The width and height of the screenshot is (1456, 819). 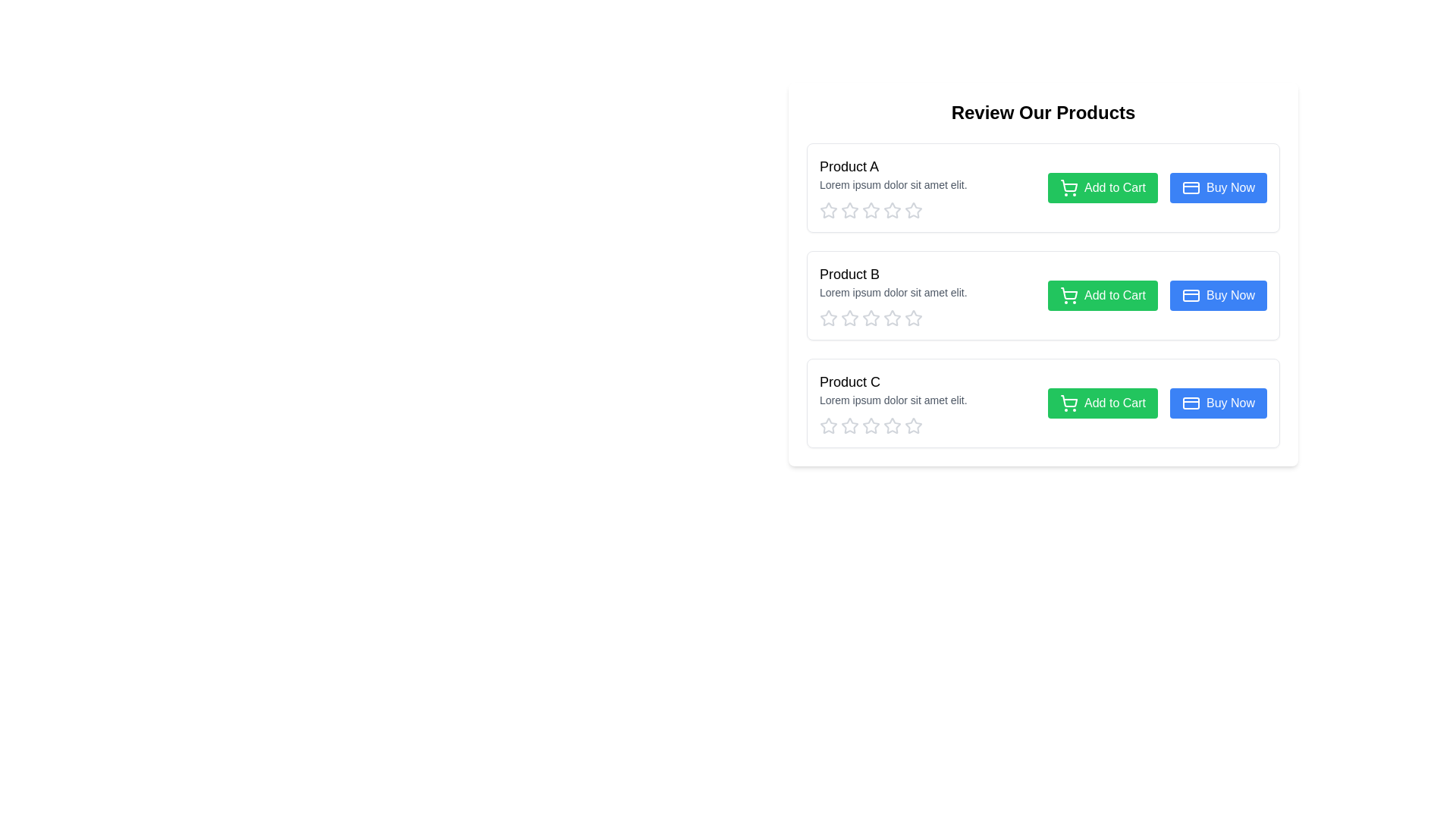 I want to click on the second star icon, so click(x=850, y=210).